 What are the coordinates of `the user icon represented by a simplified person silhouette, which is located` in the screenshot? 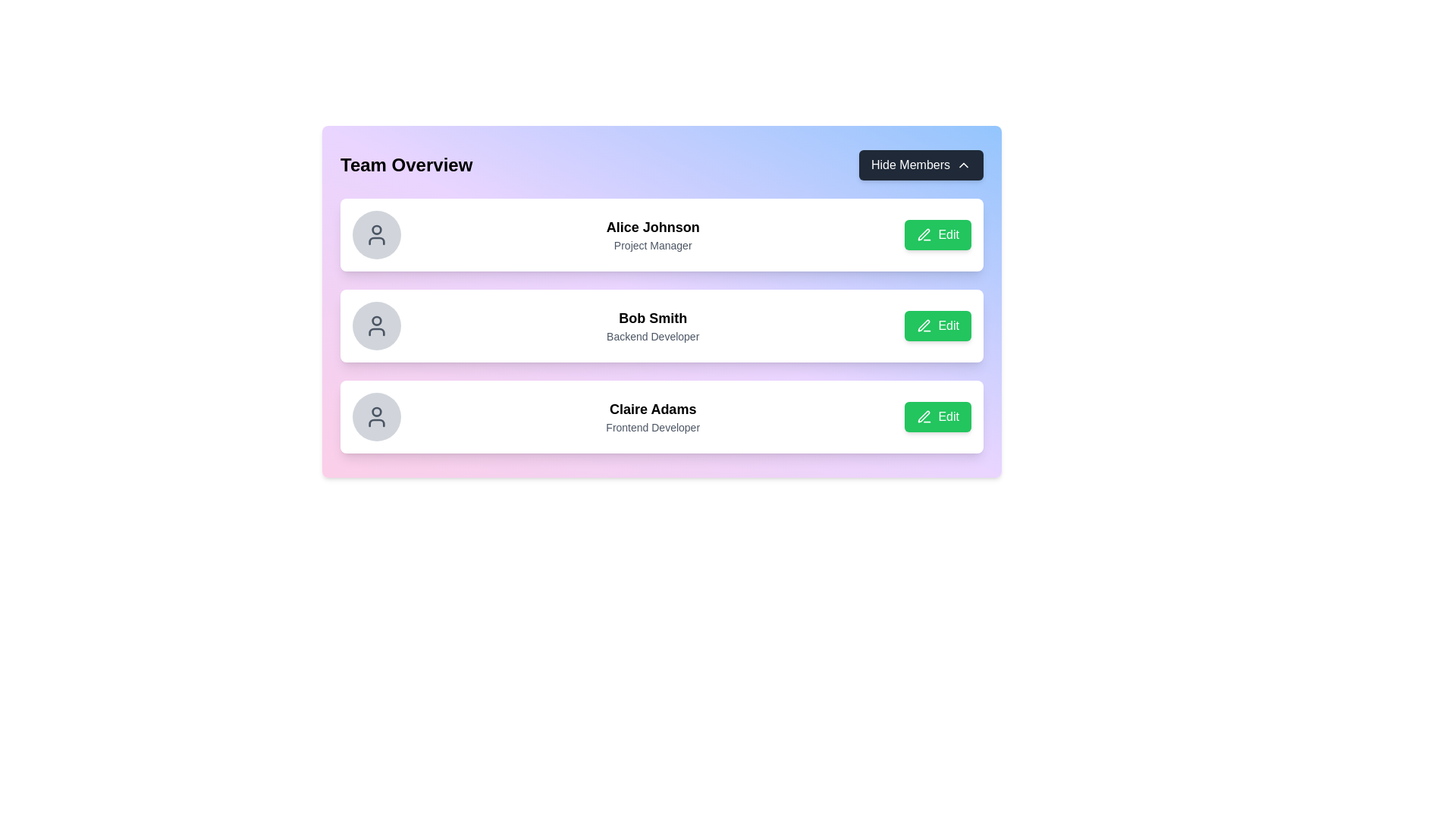 It's located at (377, 325).